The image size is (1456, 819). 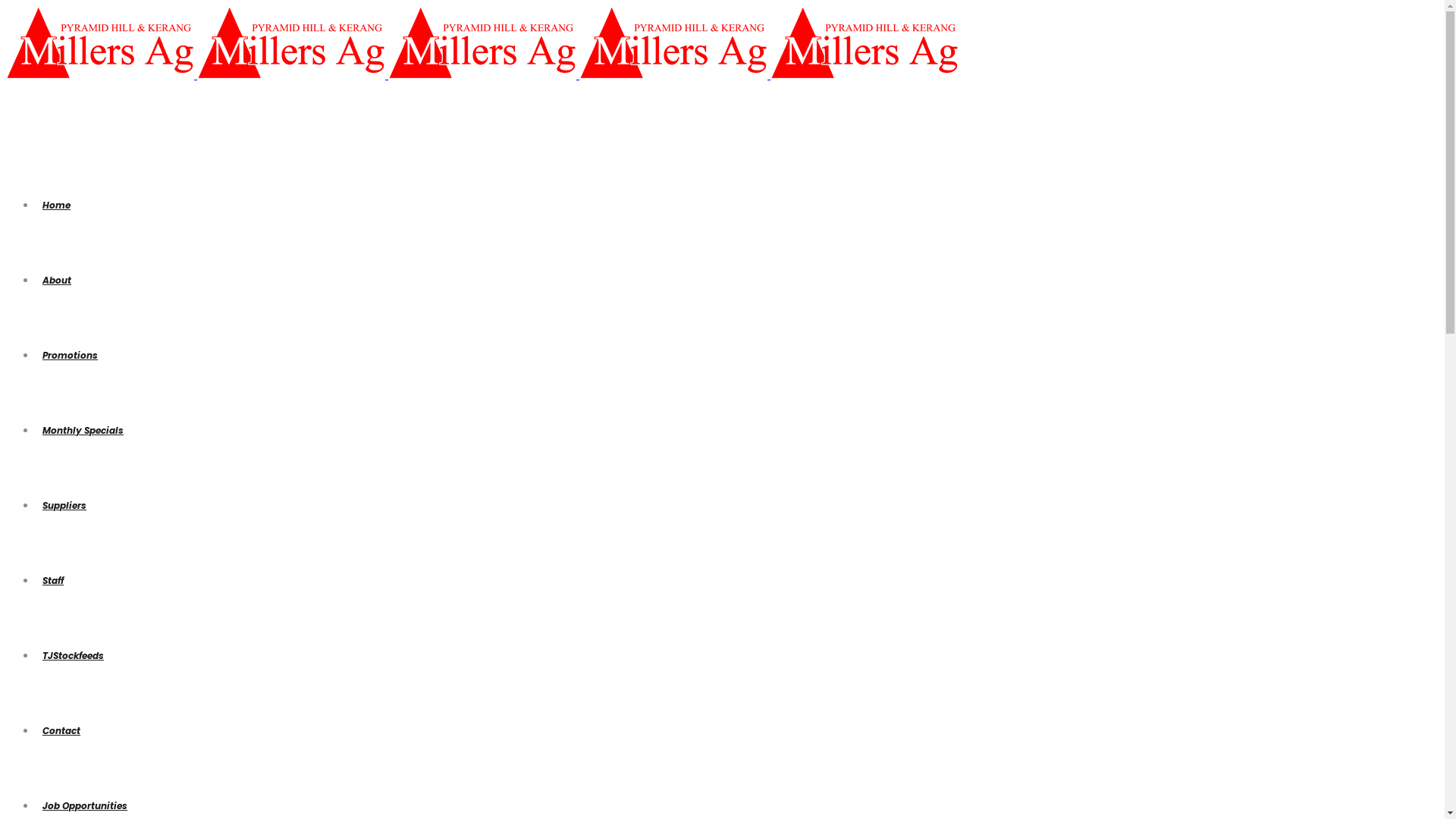 I want to click on 'Suppliers', so click(x=64, y=505).